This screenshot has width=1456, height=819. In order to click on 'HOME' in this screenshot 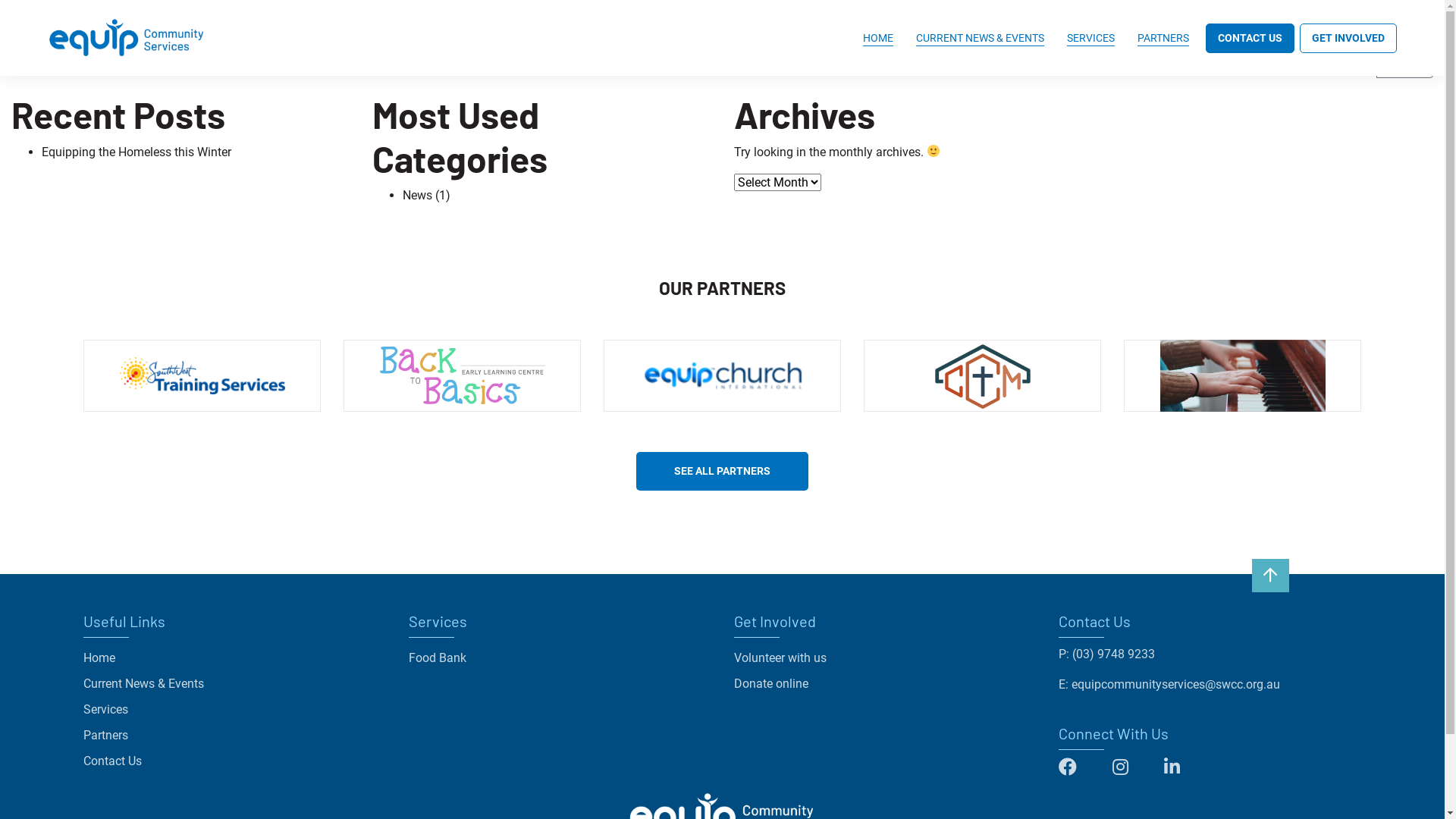, I will do `click(877, 37)`.